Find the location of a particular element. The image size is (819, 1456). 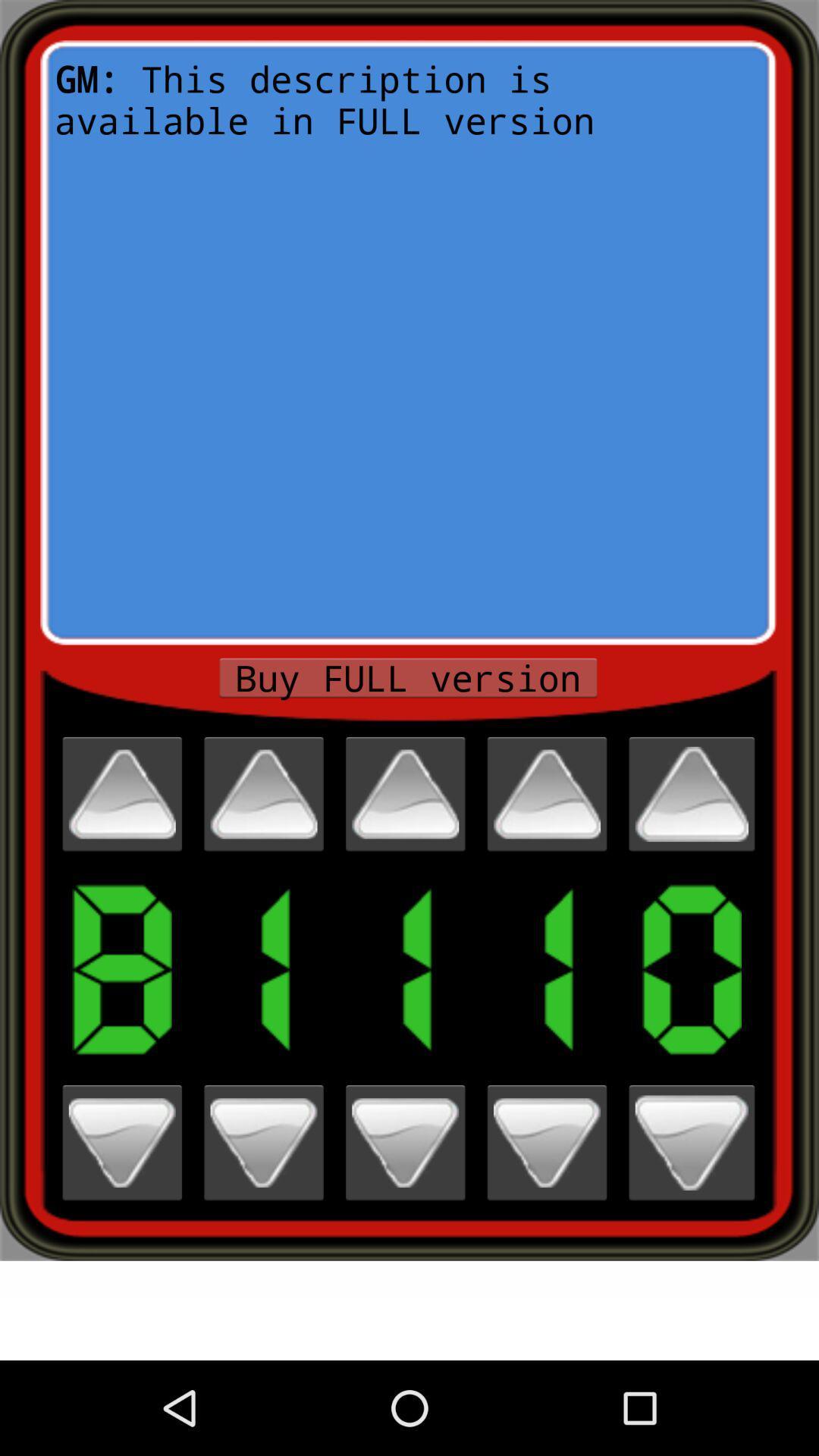

raise number is located at coordinates (547, 793).